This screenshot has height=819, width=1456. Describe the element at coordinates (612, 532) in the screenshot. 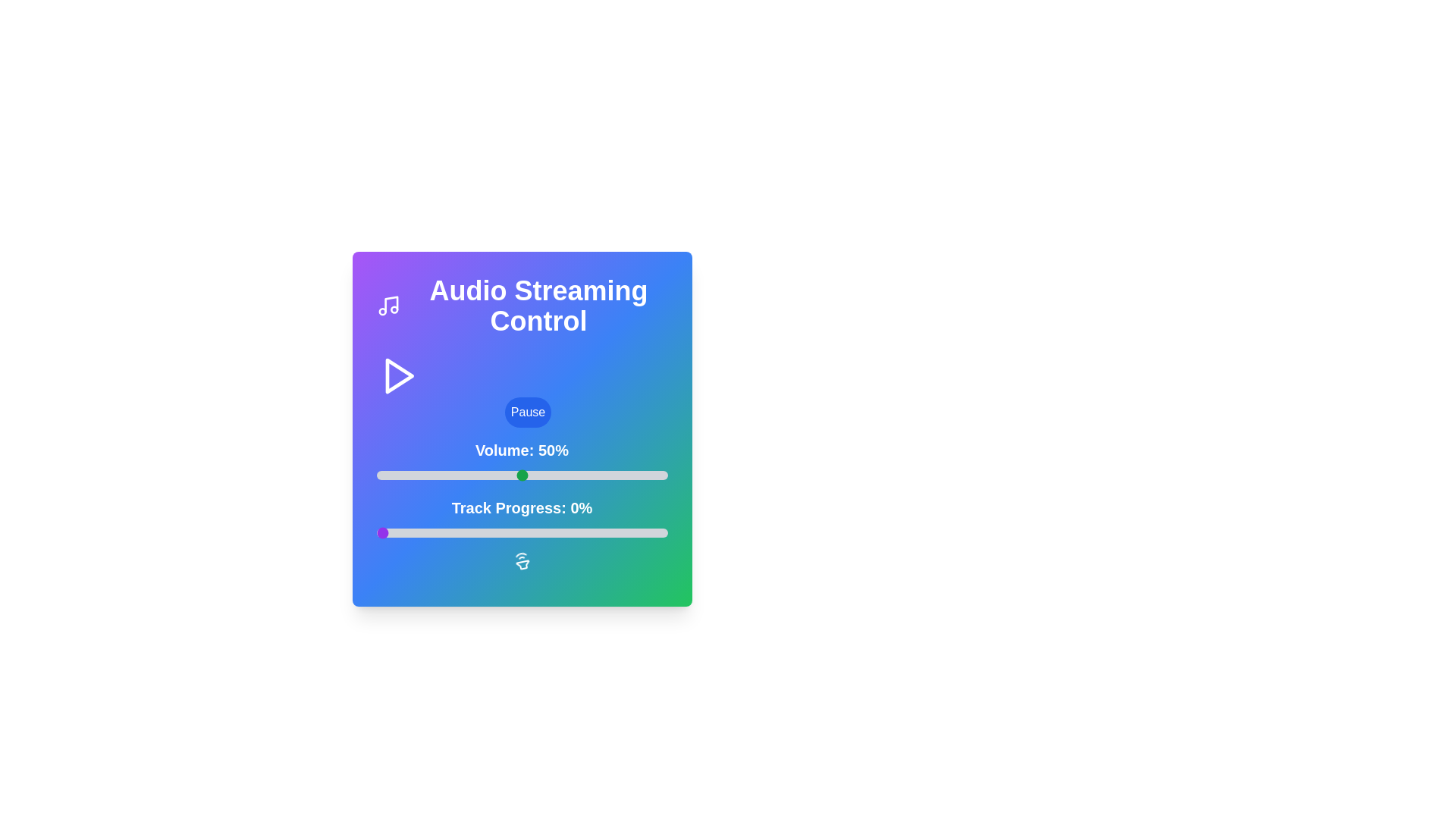

I see `the track progress to 81% by interacting with the slider` at that location.